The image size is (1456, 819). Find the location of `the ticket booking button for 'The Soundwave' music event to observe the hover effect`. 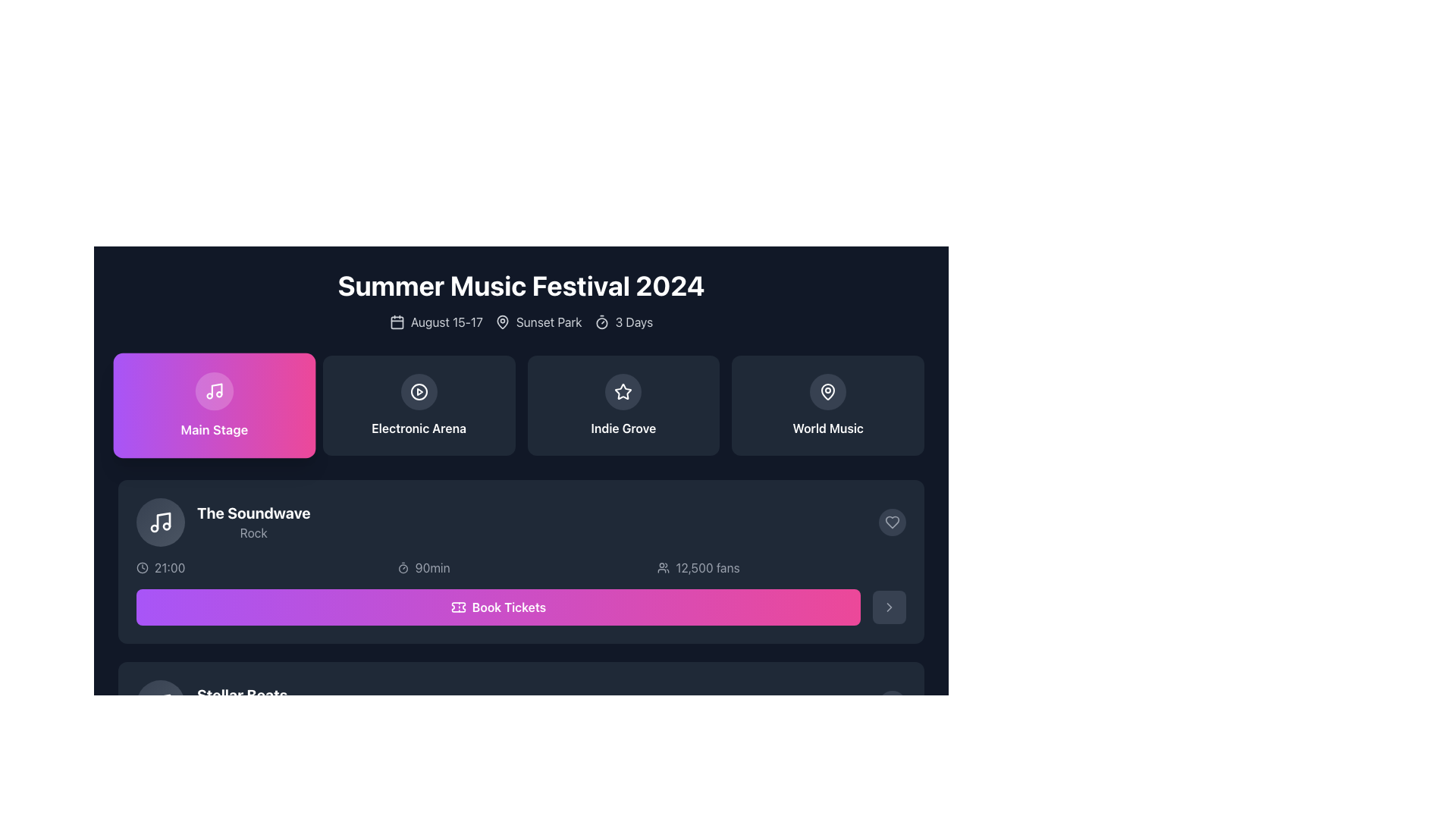

the ticket booking button for 'The Soundwave' music event to observe the hover effect is located at coordinates (498, 789).